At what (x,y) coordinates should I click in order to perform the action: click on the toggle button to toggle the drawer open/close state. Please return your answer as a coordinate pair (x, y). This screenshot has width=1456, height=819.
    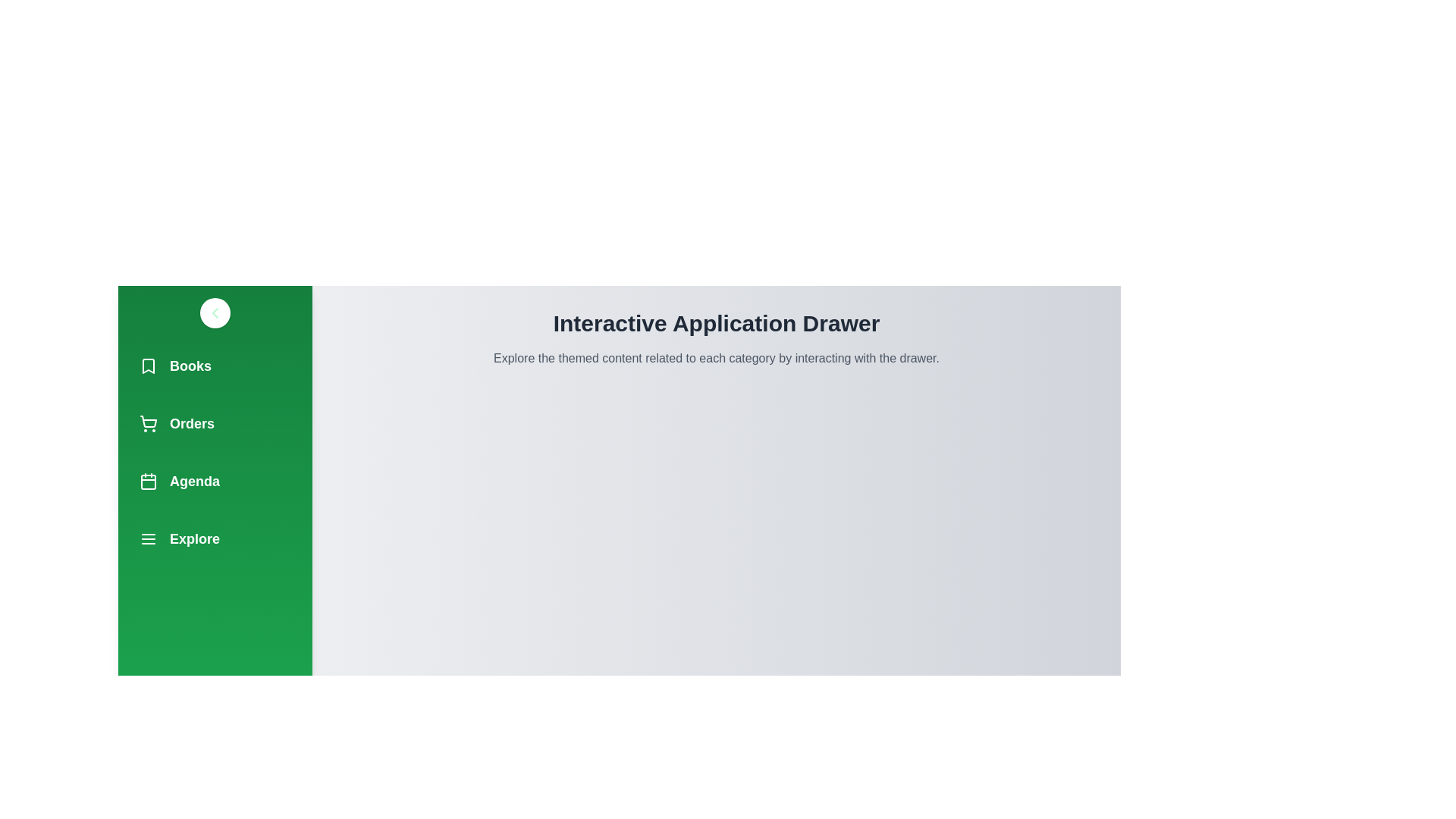
    Looking at the image, I should click on (214, 312).